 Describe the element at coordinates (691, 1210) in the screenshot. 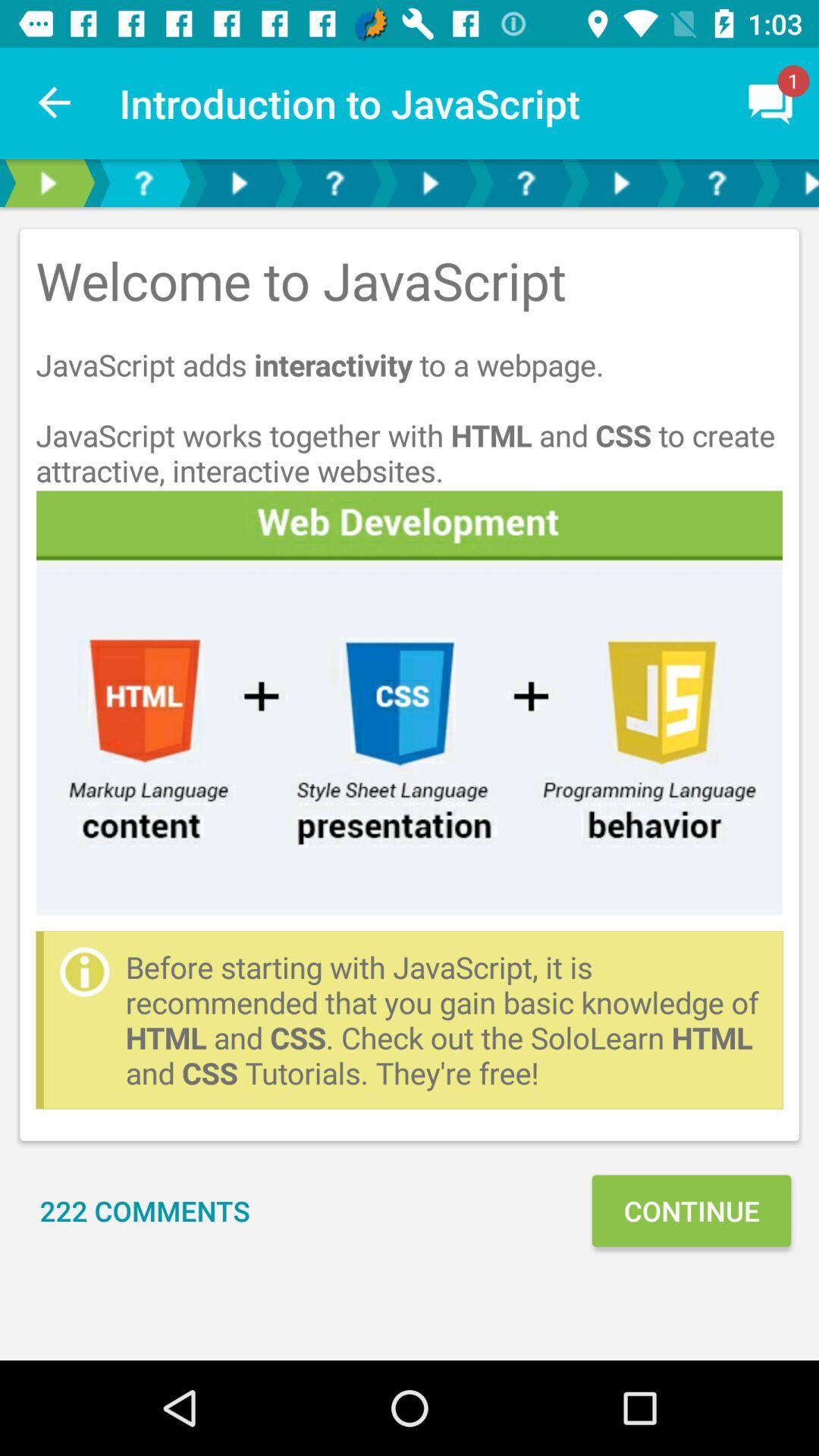

I see `the continue icon` at that location.